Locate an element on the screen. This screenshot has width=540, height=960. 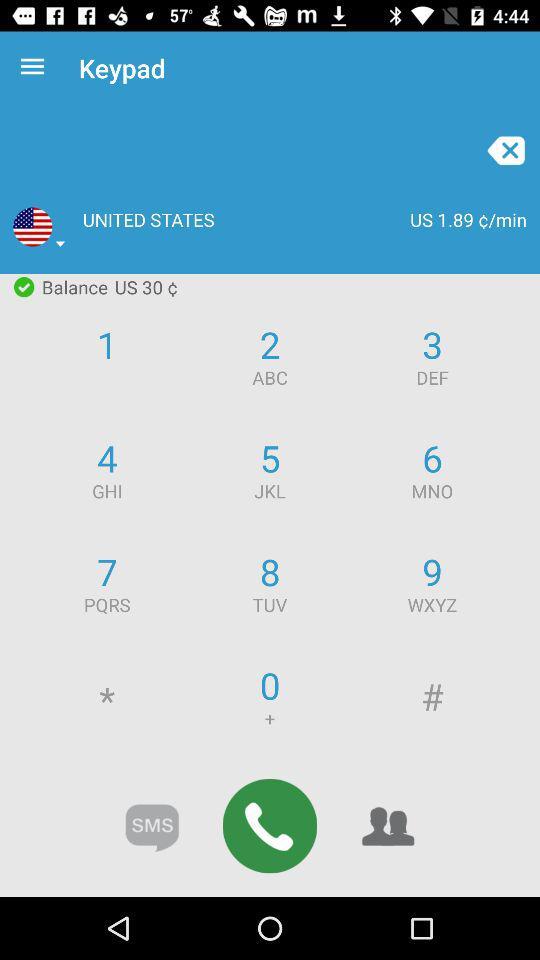
the group icon is located at coordinates (388, 826).